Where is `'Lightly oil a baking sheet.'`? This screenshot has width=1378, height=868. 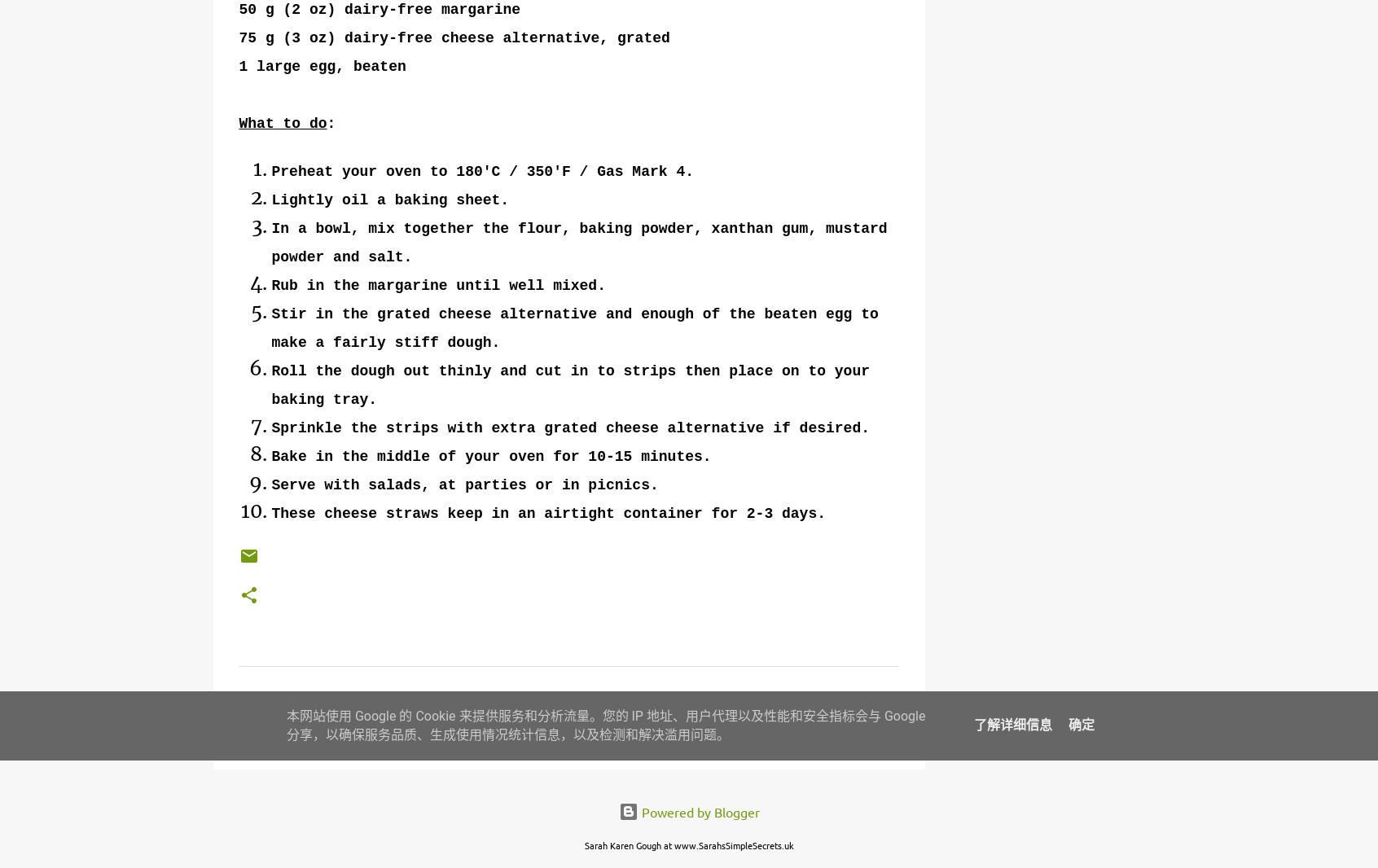
'Lightly oil a baking sheet.' is located at coordinates (270, 199).